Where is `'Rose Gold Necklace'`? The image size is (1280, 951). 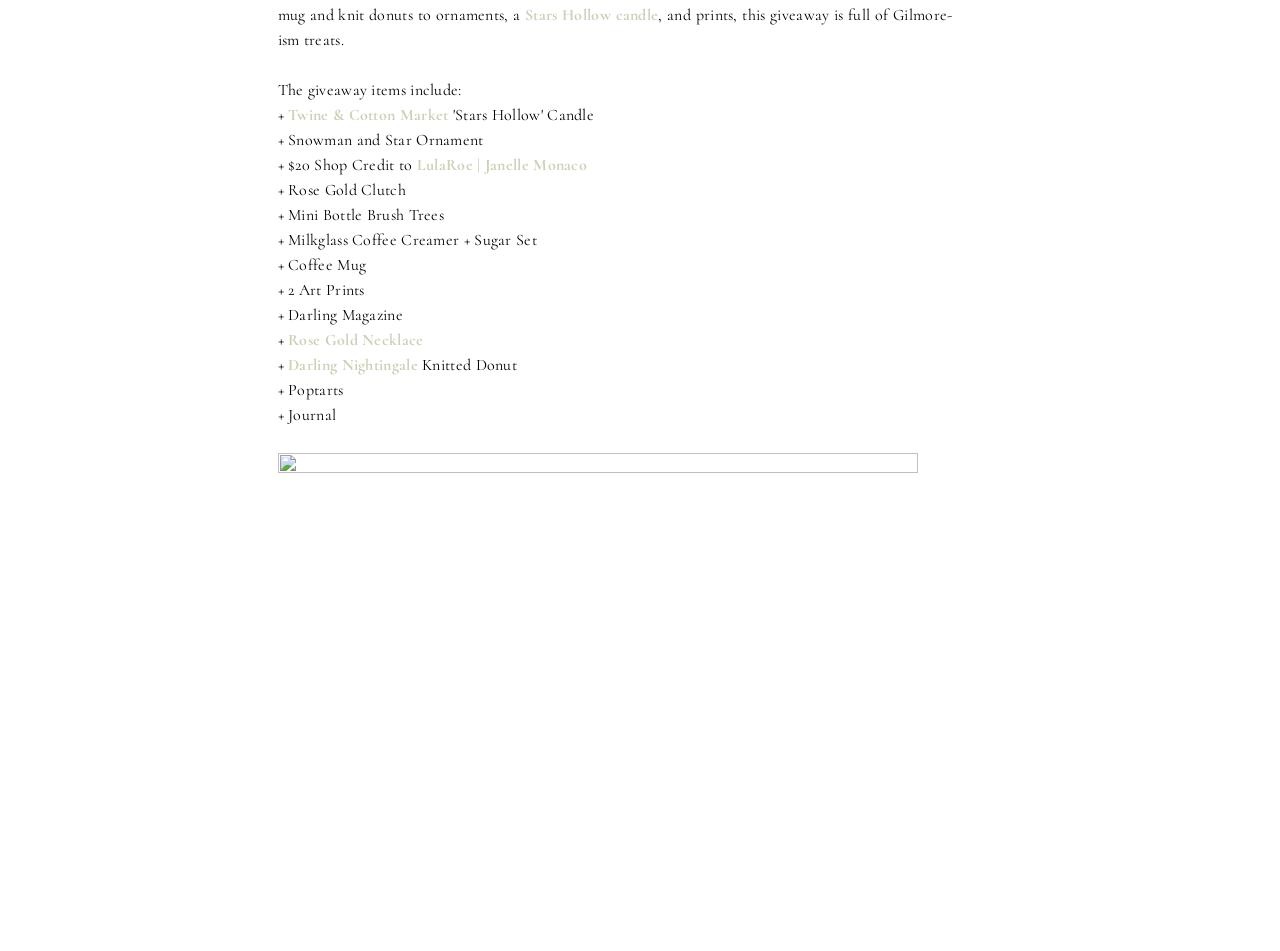 'Rose Gold Necklace' is located at coordinates (355, 339).